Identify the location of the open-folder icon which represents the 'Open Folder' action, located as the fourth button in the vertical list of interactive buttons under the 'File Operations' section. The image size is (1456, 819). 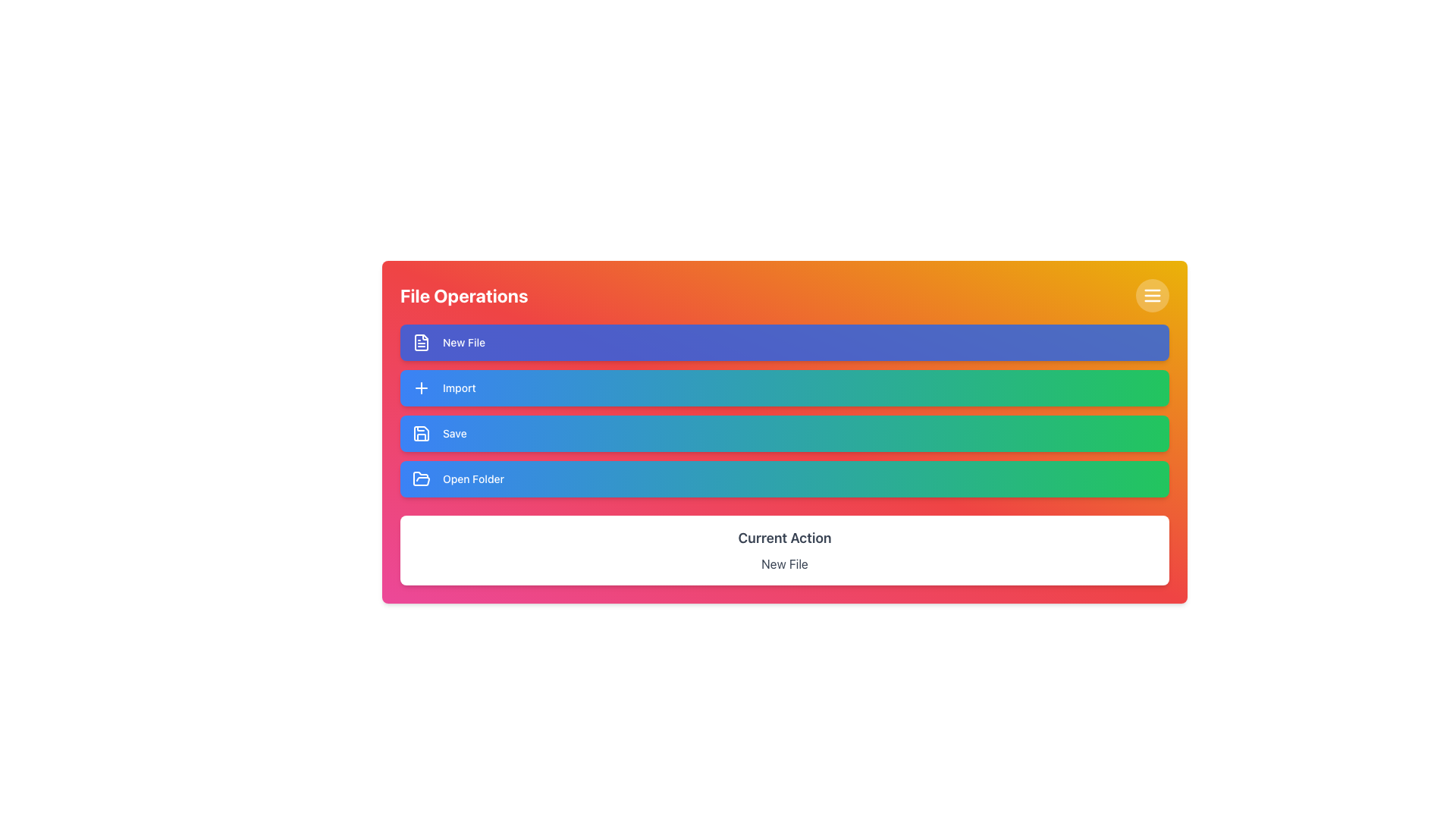
(422, 479).